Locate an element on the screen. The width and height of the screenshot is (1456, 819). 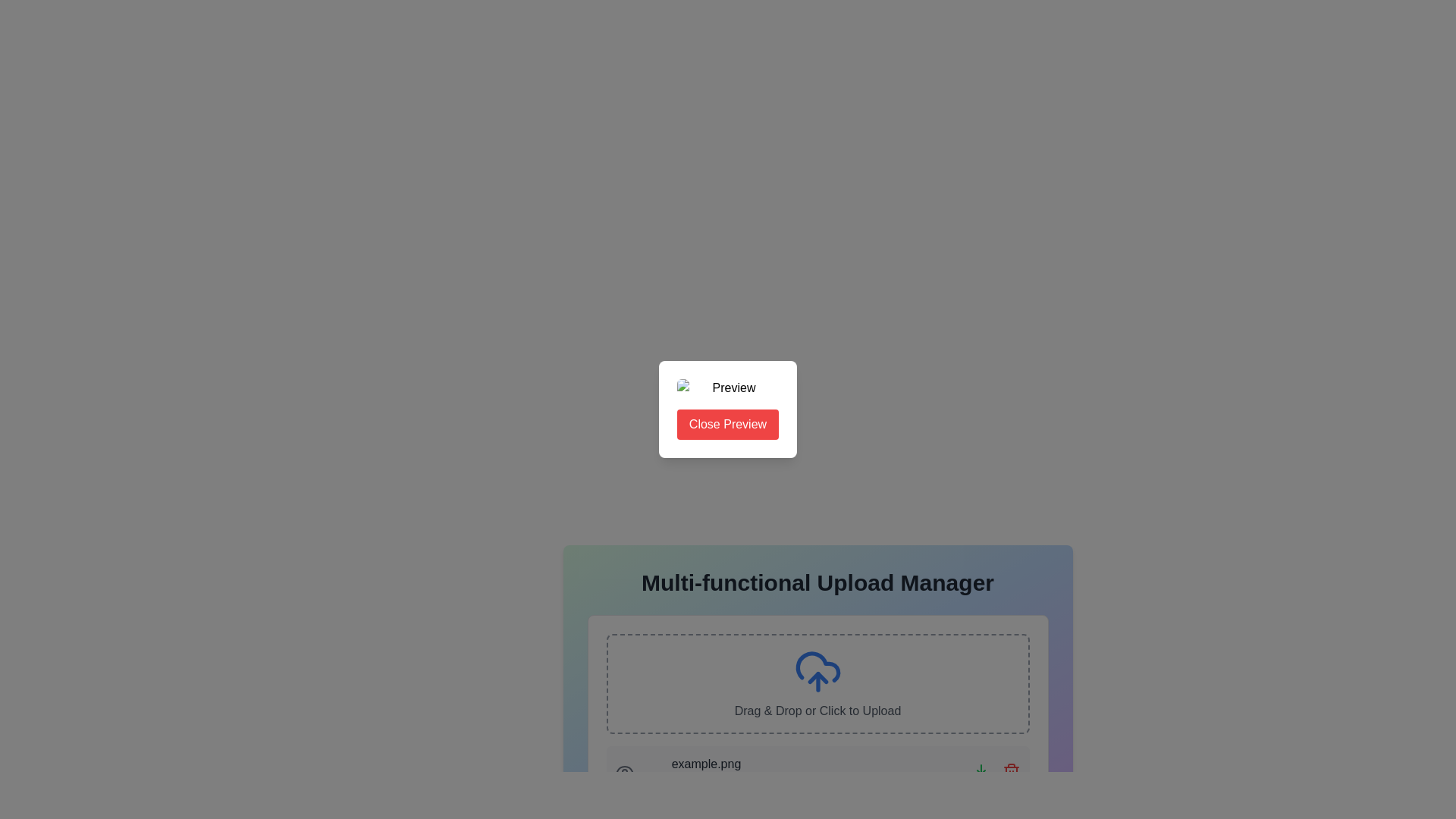
the green download icon shaped like a downward-facing arrow is located at coordinates (981, 772).